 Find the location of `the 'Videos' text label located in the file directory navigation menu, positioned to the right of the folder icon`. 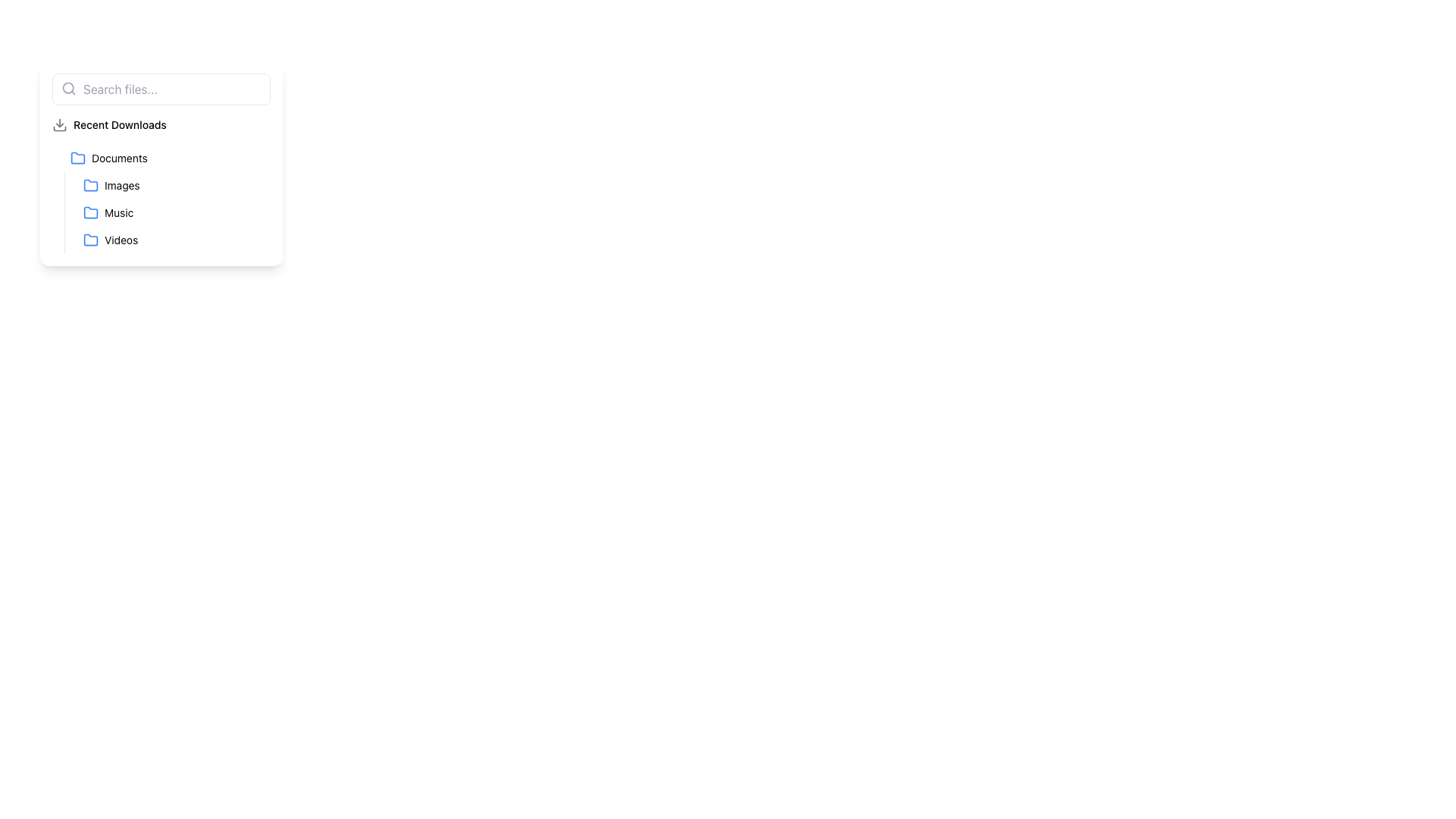

the 'Videos' text label located in the file directory navigation menu, positioned to the right of the folder icon is located at coordinates (121, 239).